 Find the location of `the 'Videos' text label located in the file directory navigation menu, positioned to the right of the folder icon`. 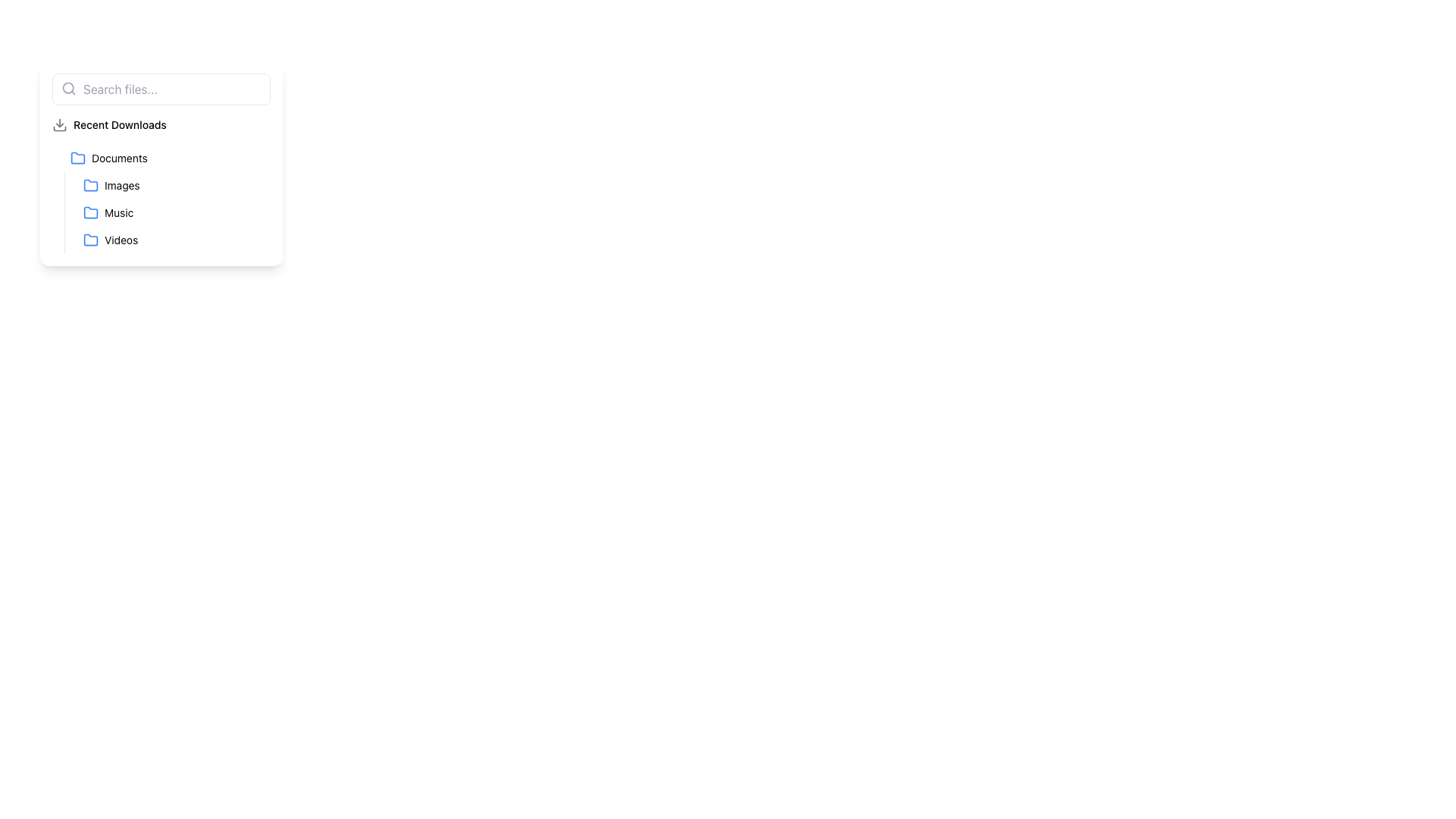

the 'Videos' text label located in the file directory navigation menu, positioned to the right of the folder icon is located at coordinates (121, 239).